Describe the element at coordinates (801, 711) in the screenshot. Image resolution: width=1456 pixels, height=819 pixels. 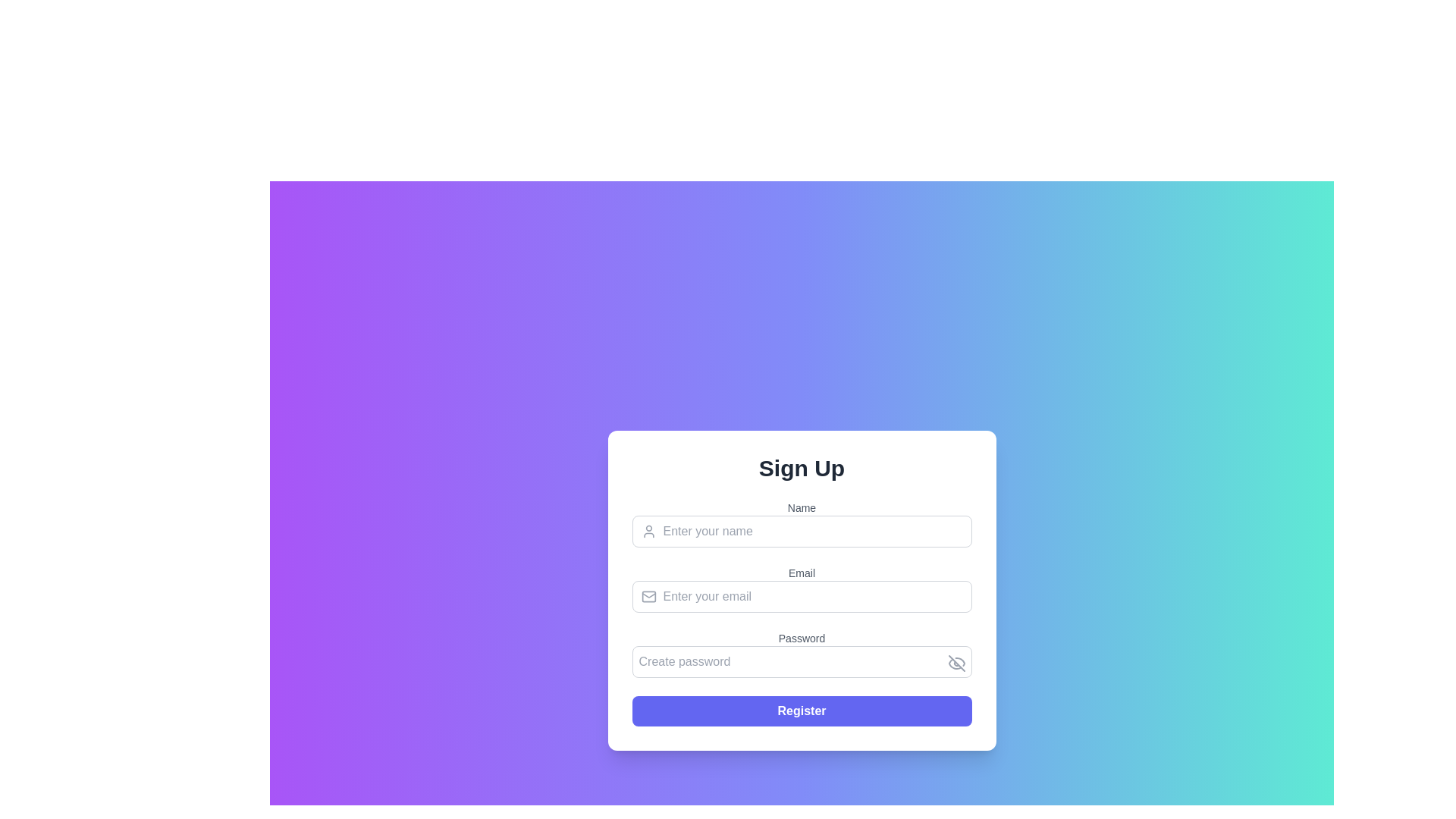
I see `the submission button located at the bottom of the form, centered horizontally` at that location.